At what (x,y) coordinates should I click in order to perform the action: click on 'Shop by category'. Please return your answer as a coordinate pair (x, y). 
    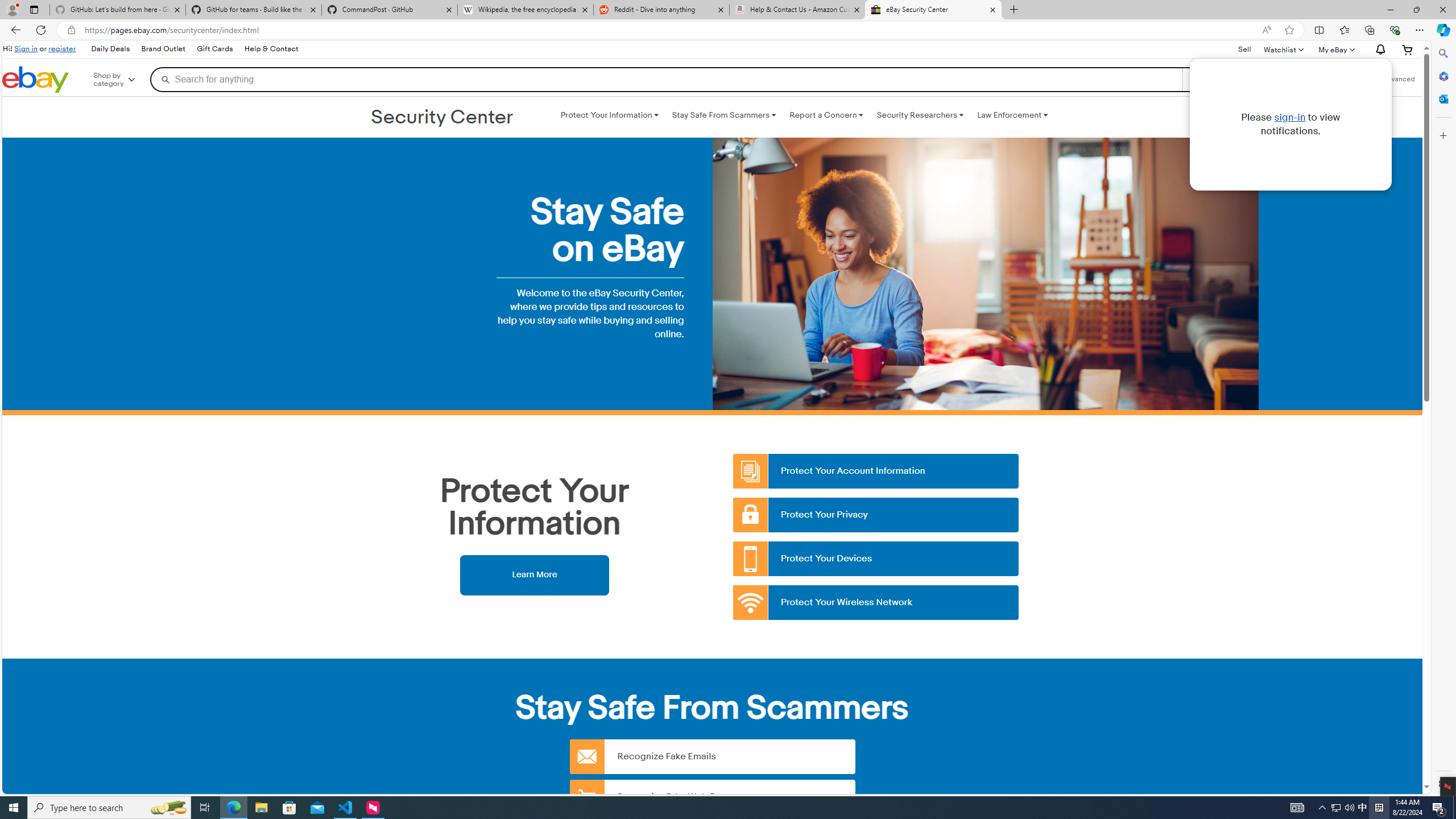
    Looking at the image, I should click on (122, 78).